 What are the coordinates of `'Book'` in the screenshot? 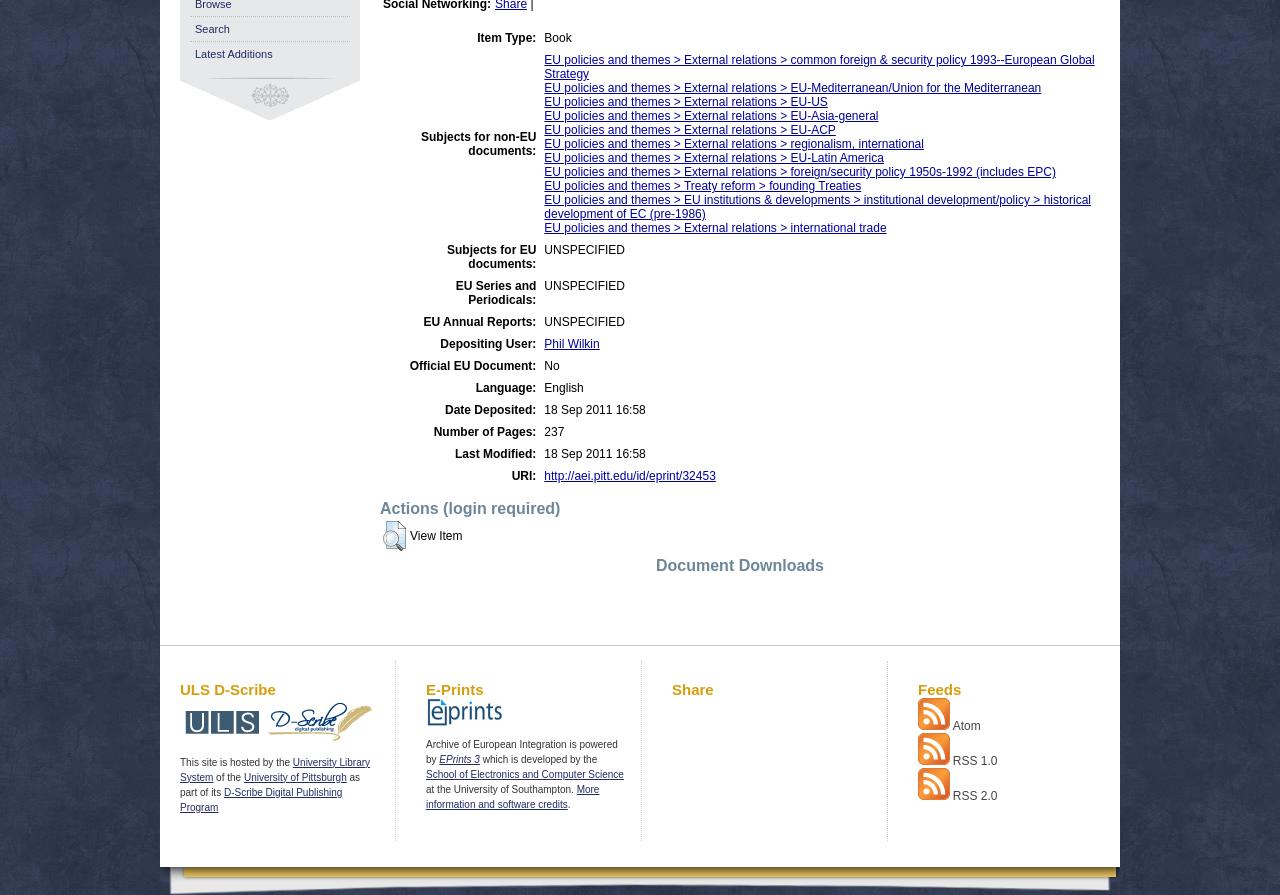 It's located at (557, 38).